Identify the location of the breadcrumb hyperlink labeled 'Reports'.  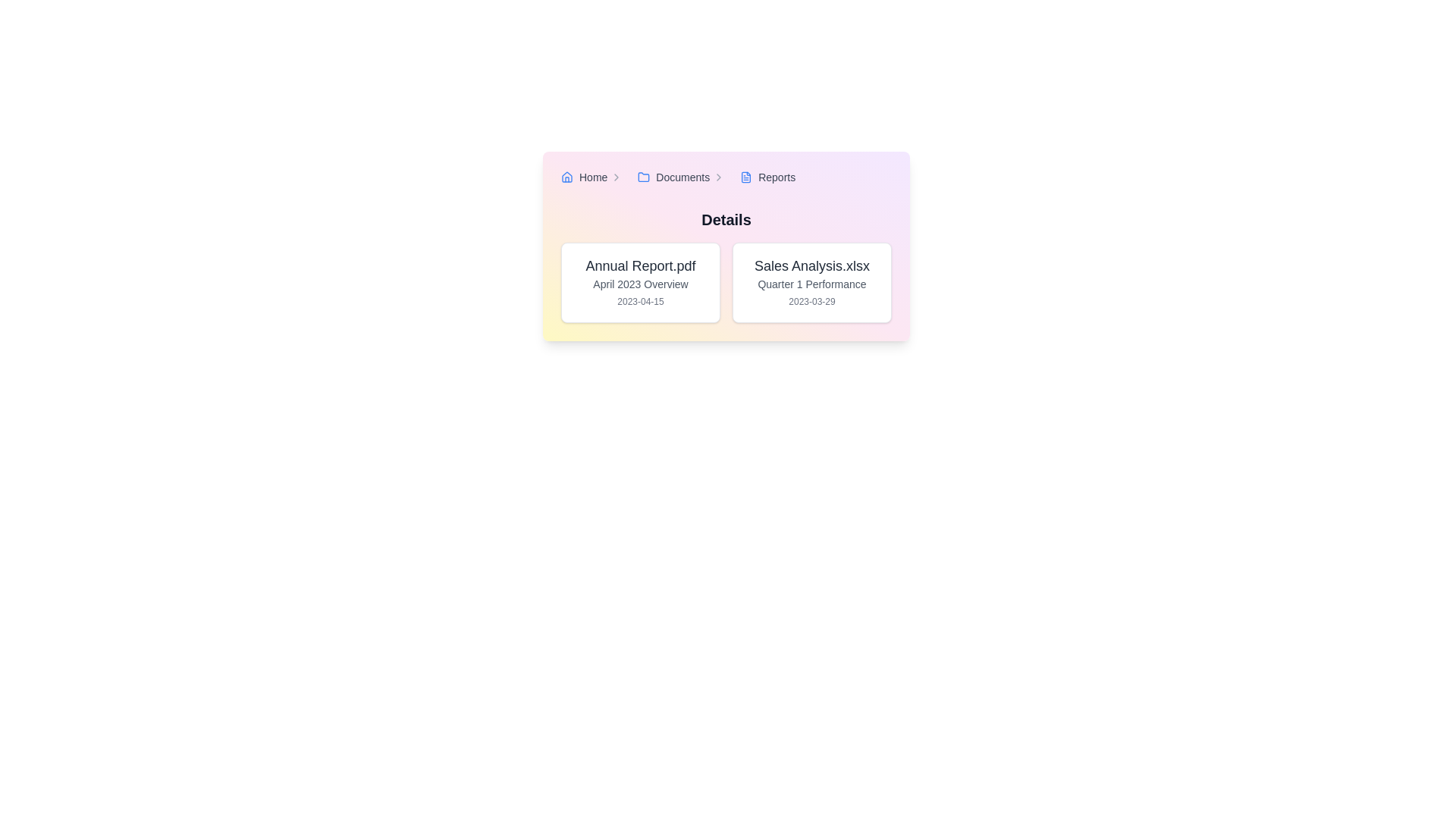
(777, 177).